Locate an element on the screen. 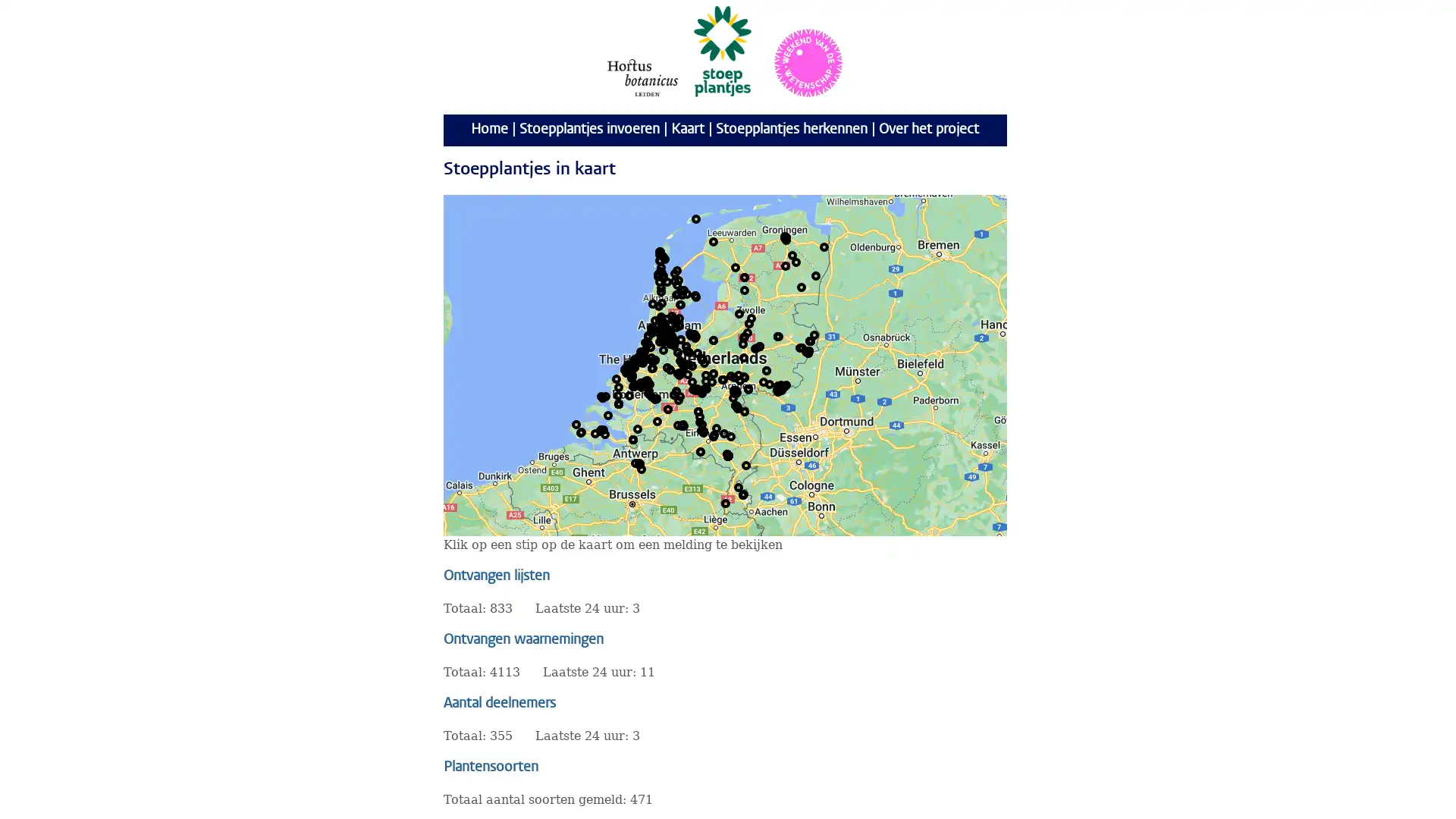  Telling van op 13 januari 2022 is located at coordinates (659, 318).